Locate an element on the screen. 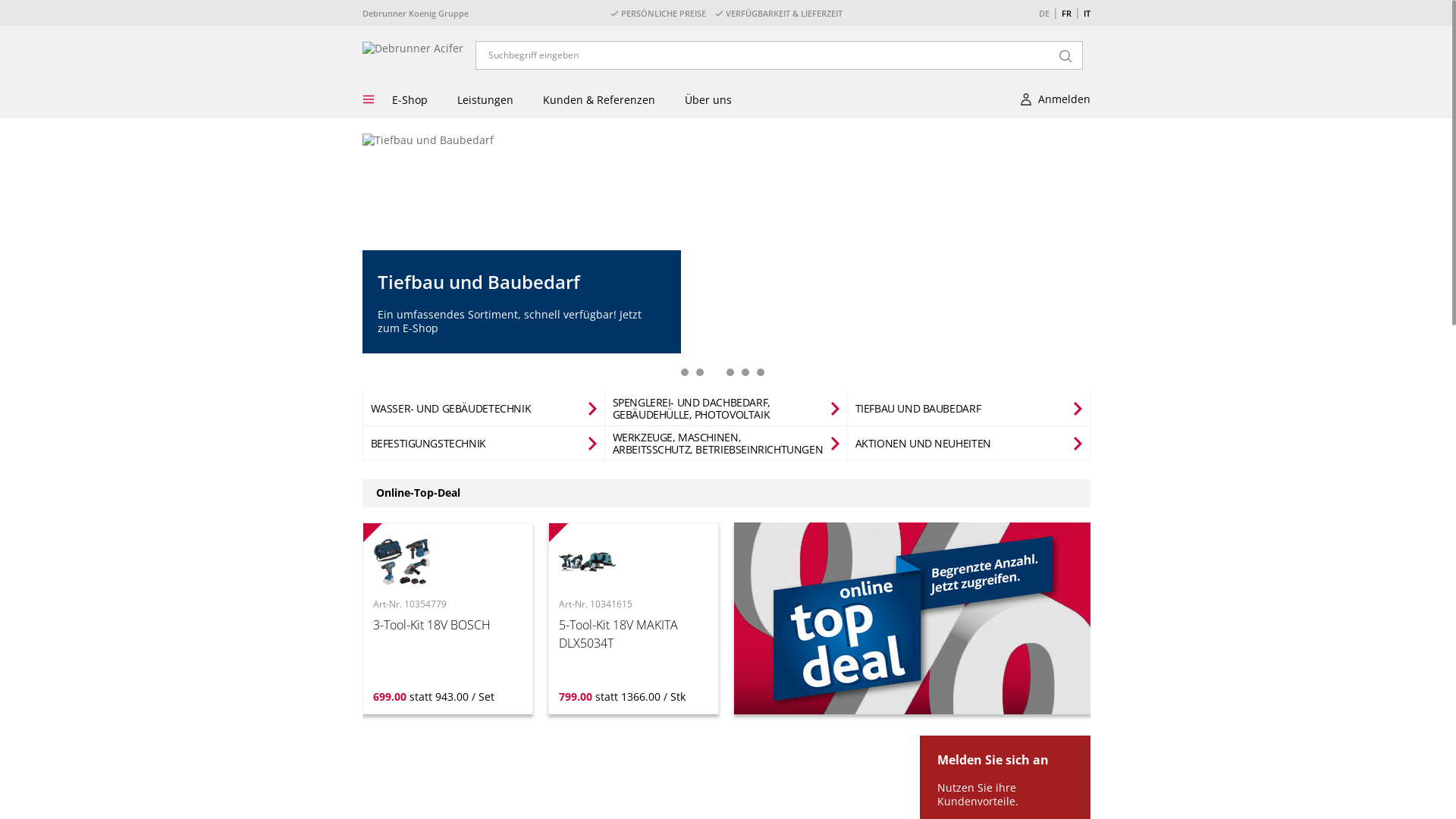  'Search' is located at coordinates (1047, 55).